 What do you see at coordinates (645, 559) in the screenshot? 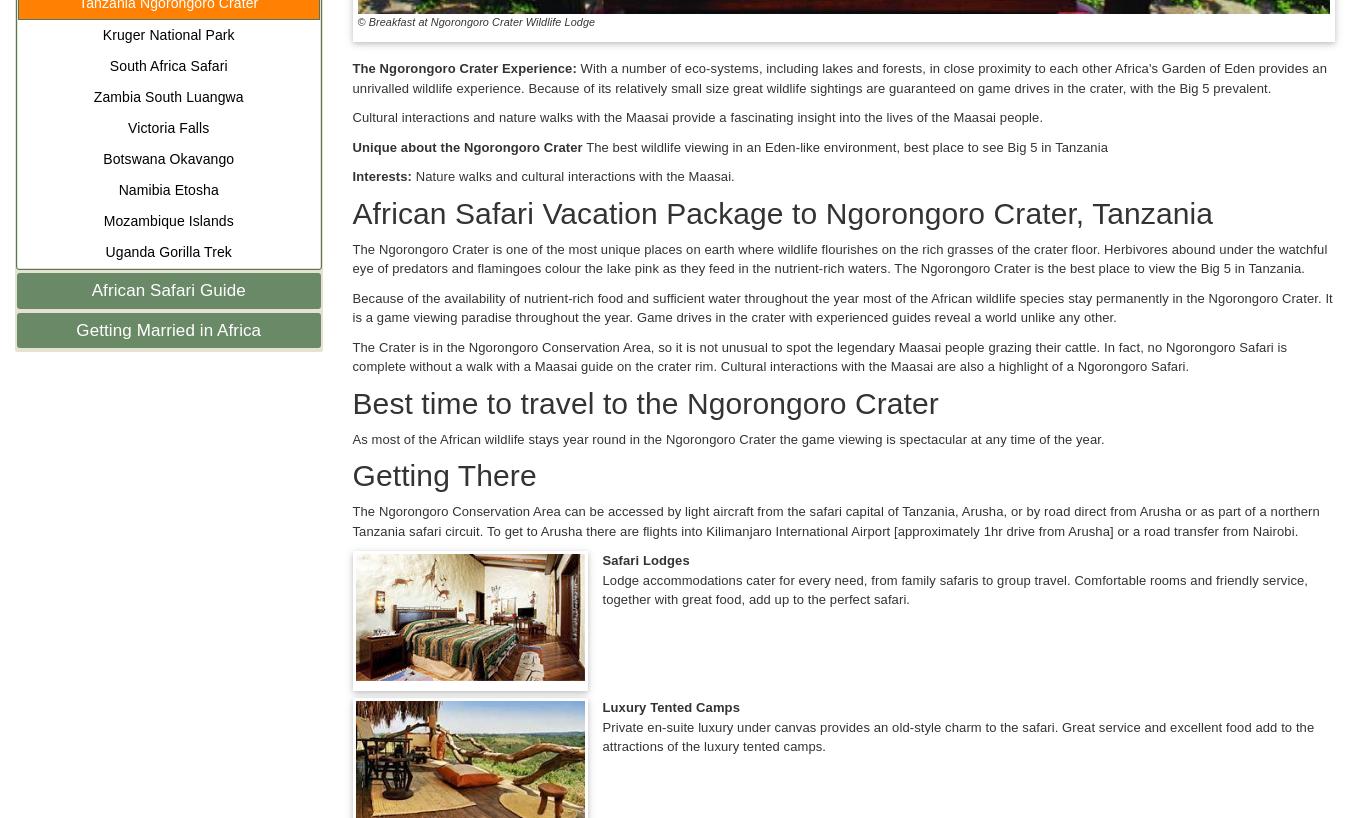
I see `'Safari Lodges'` at bounding box center [645, 559].